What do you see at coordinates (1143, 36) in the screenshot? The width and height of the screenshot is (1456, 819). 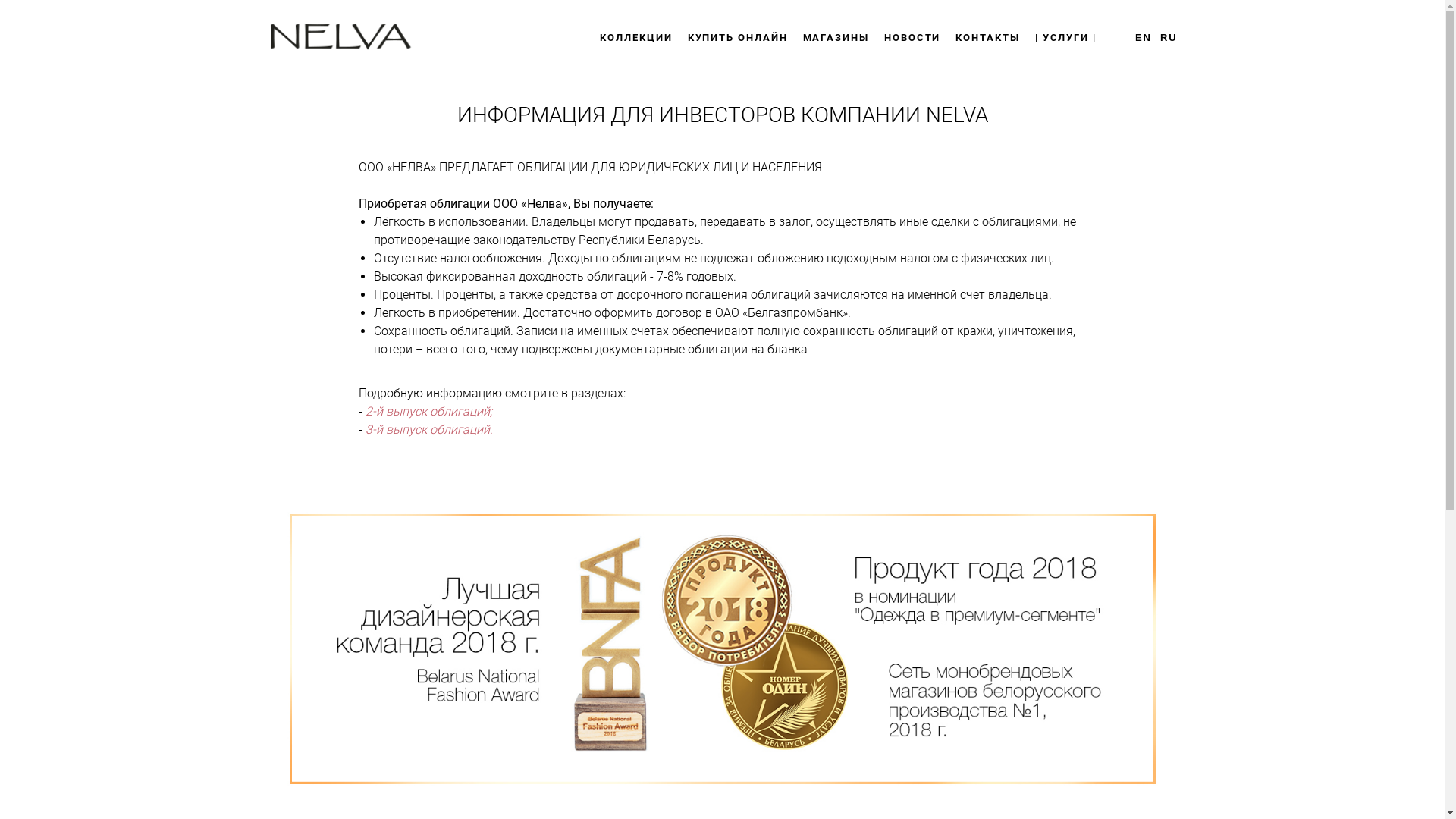 I see `'EN'` at bounding box center [1143, 36].